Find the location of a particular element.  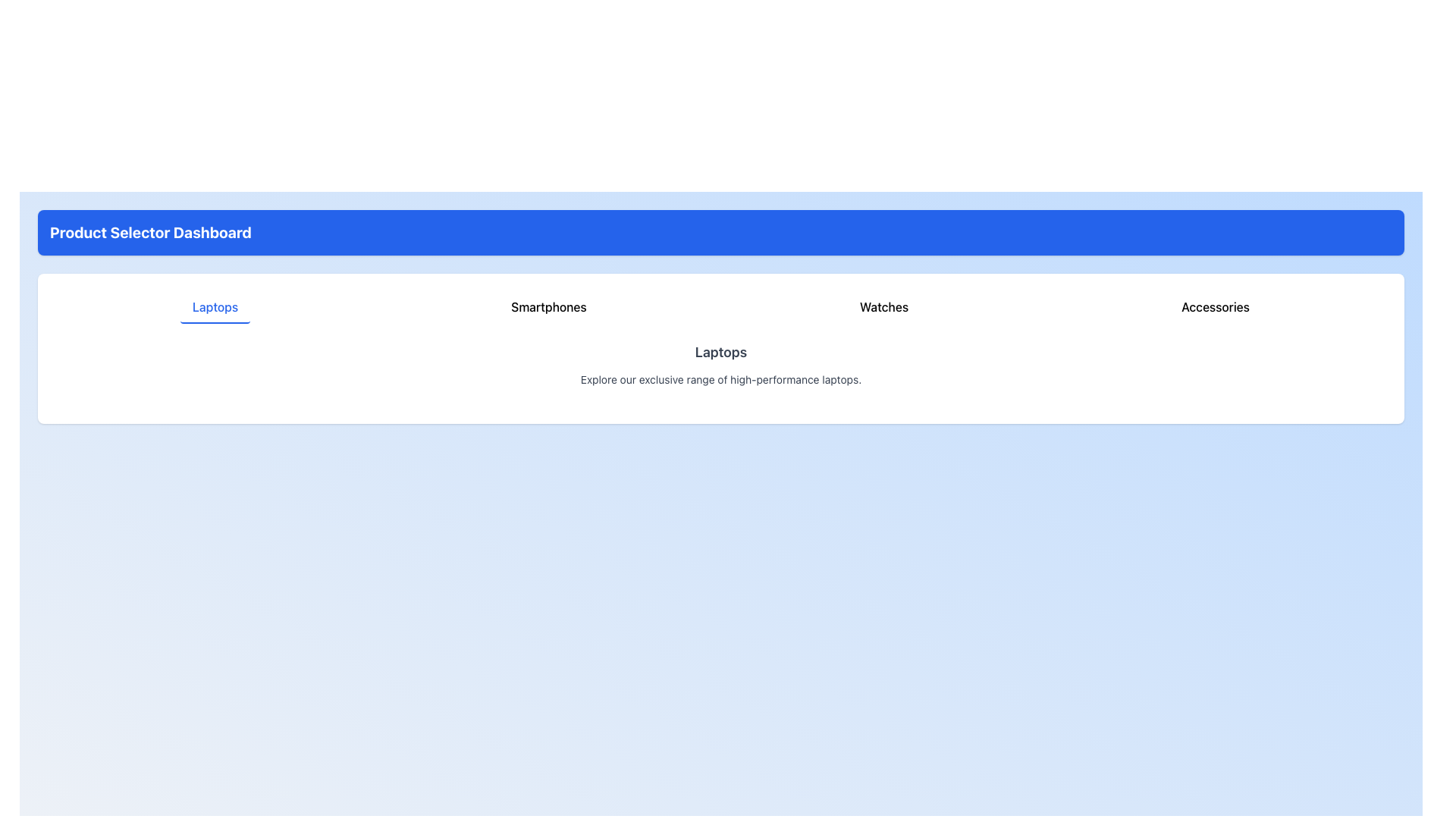

the 'Laptops' text label, which is styled in a large, bold font and serves as a section title at the top-middle region of the content area is located at coordinates (720, 353).